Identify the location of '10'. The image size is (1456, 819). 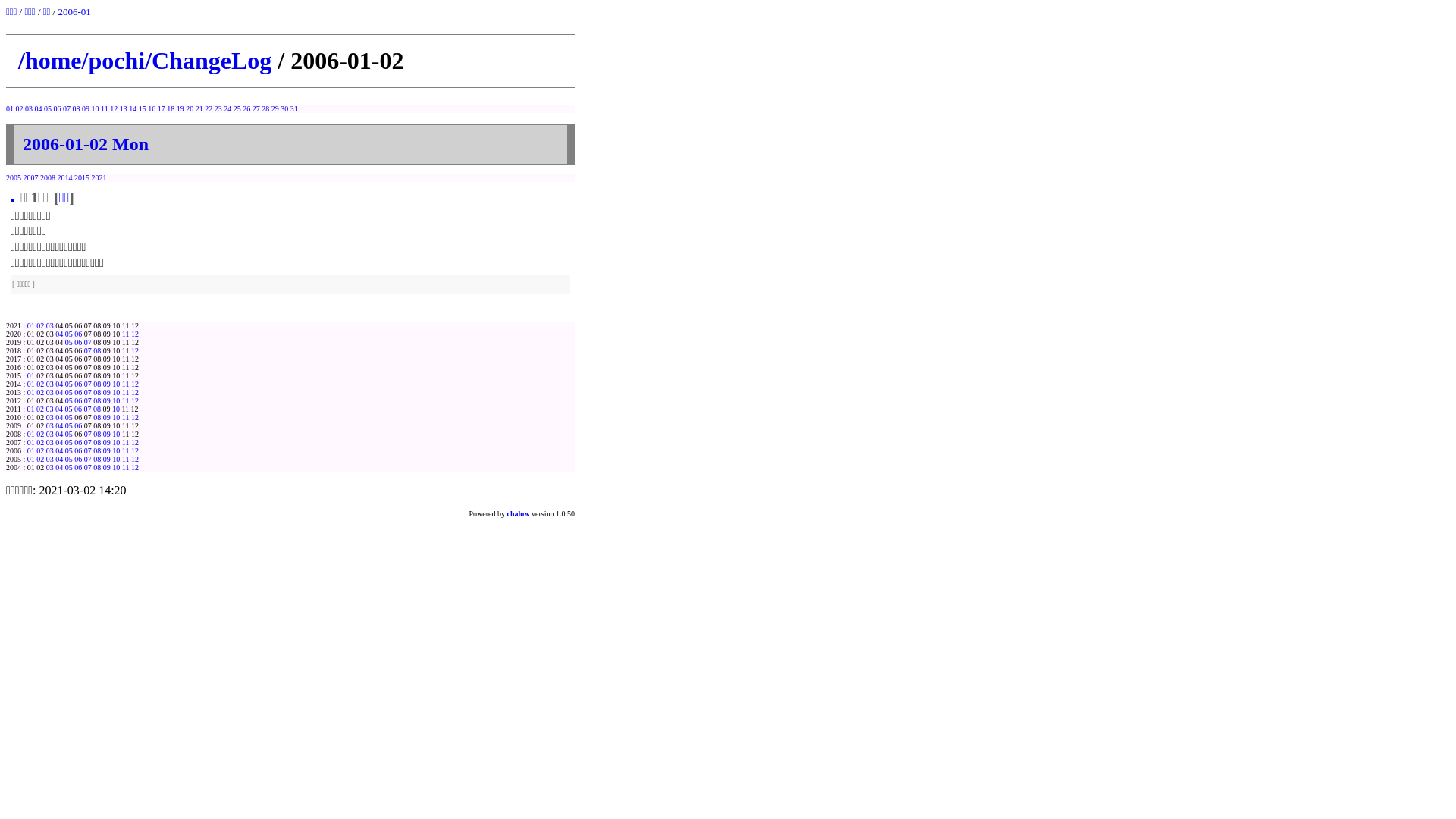
(115, 458).